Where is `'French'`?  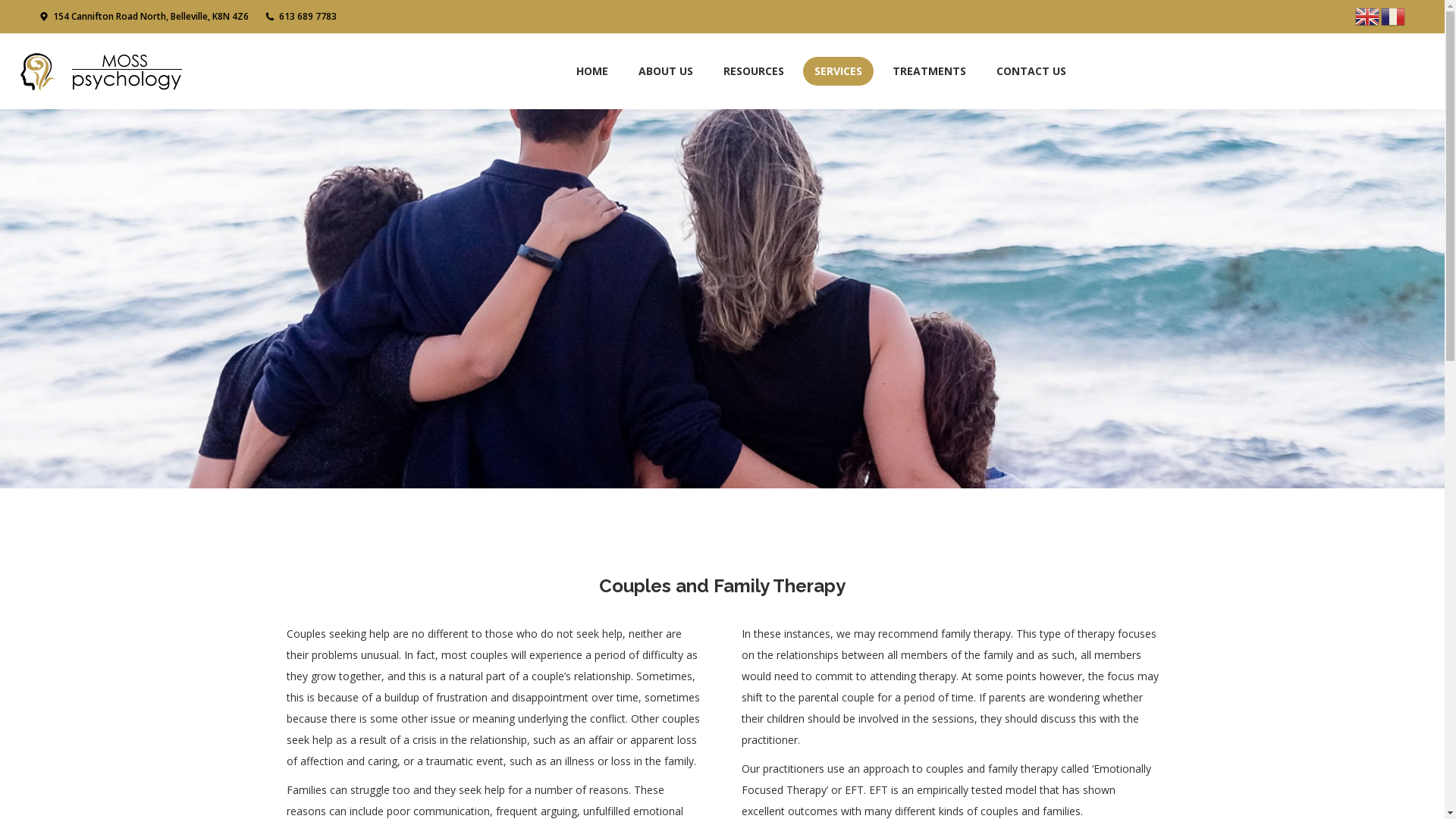
'French' is located at coordinates (1394, 15).